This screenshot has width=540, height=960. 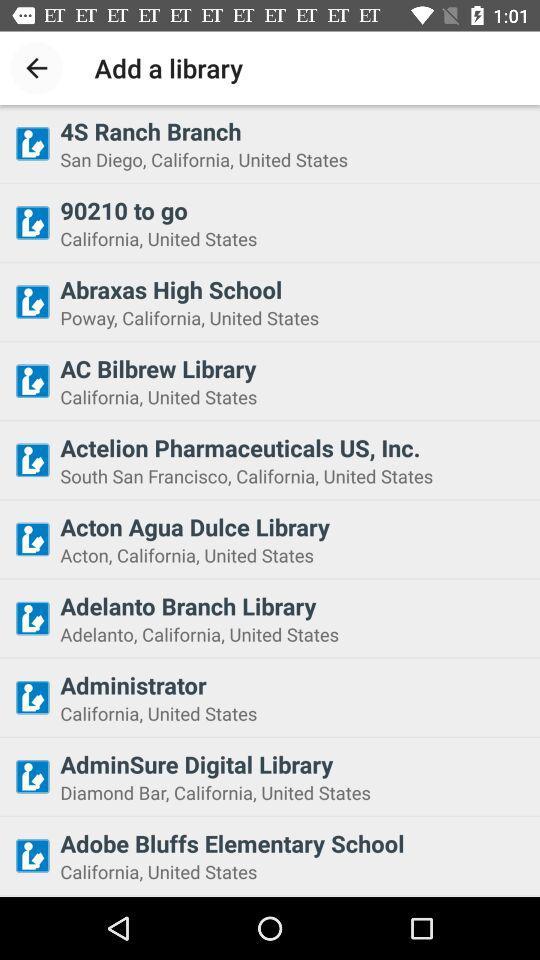 I want to click on item above the california, united states item, so click(x=293, y=842).